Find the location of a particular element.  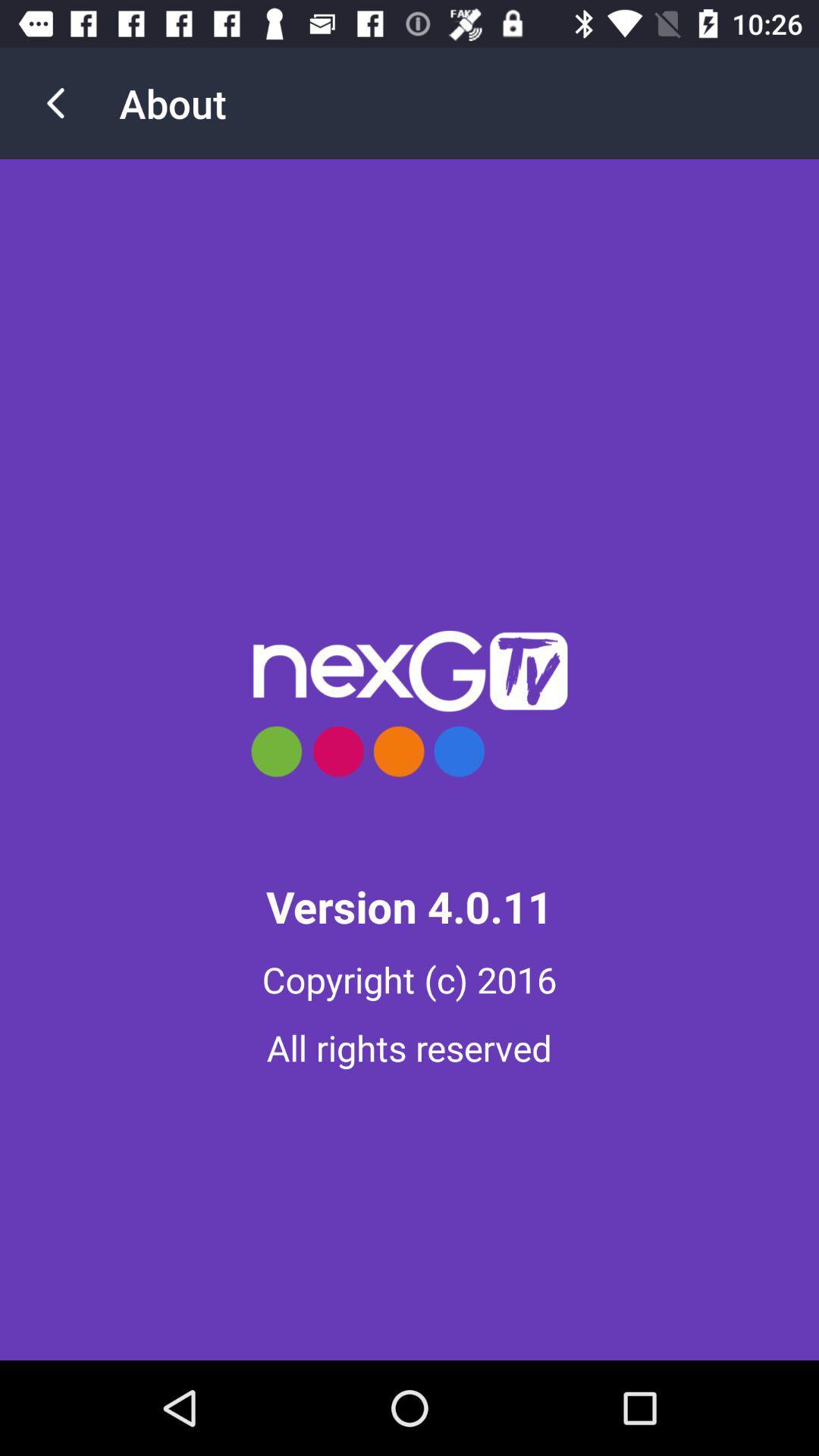

go back is located at coordinates (55, 102).